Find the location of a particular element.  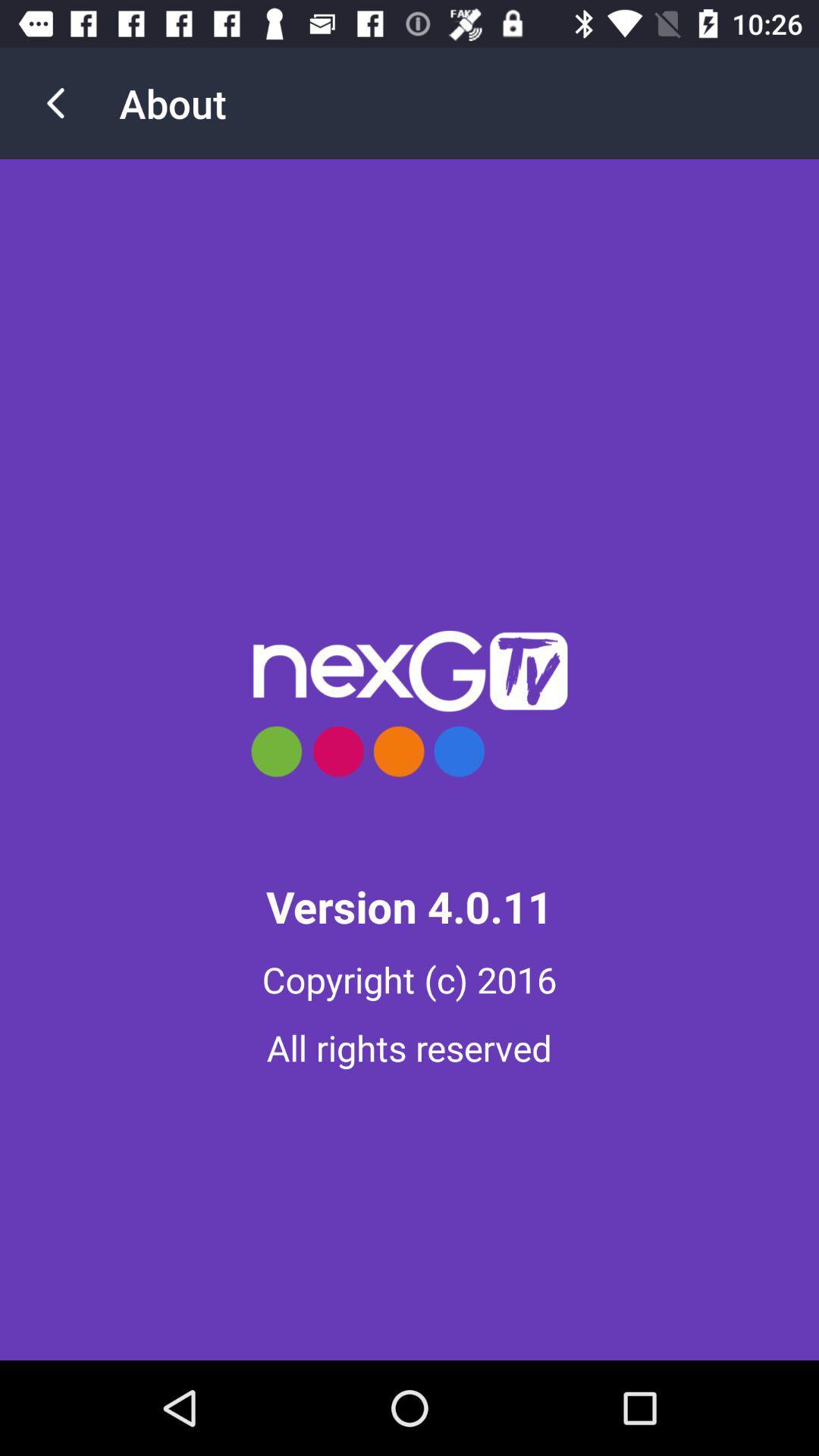

go back is located at coordinates (55, 102).